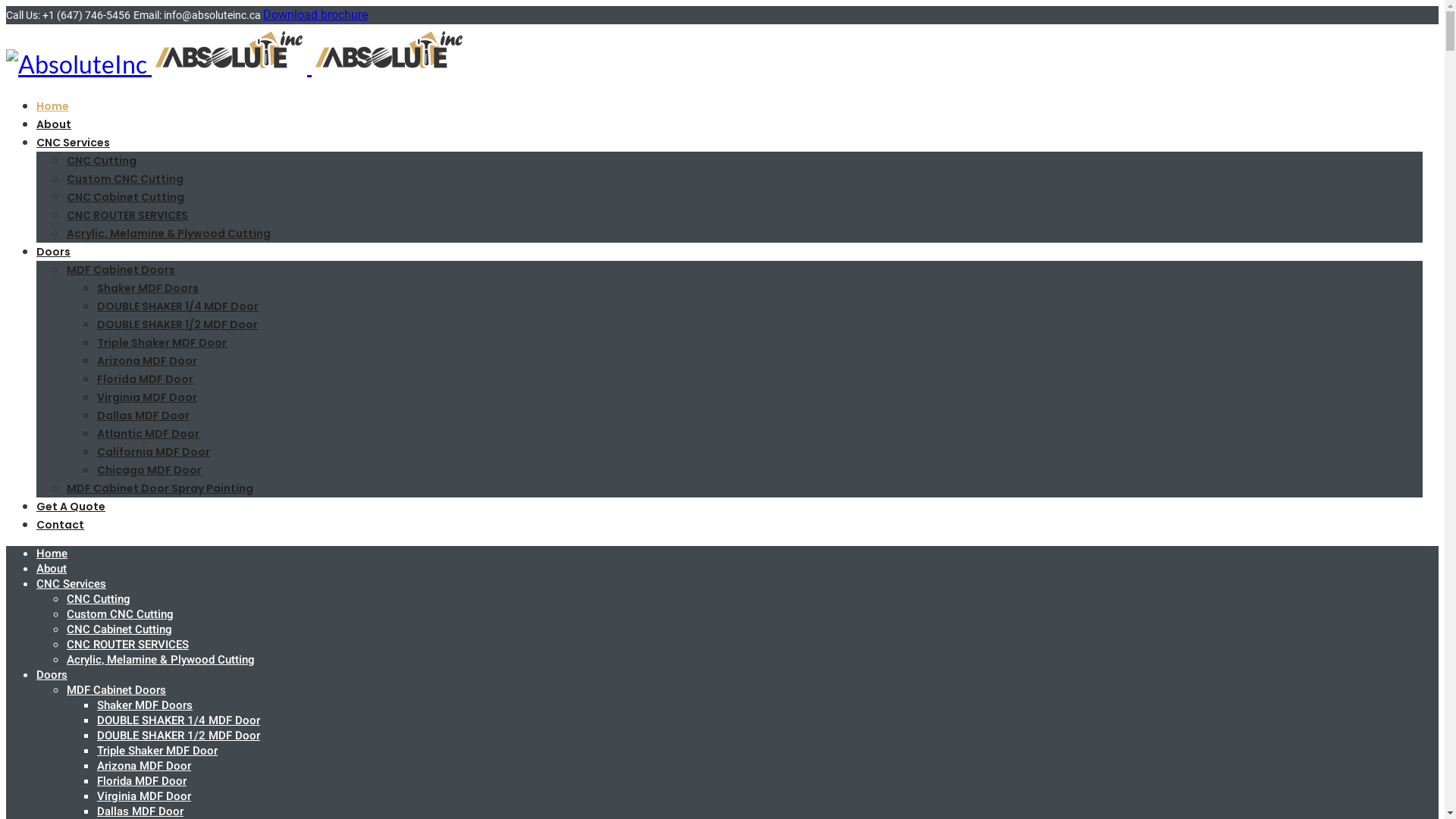  I want to click on 'Florida MDF Door', so click(145, 378).